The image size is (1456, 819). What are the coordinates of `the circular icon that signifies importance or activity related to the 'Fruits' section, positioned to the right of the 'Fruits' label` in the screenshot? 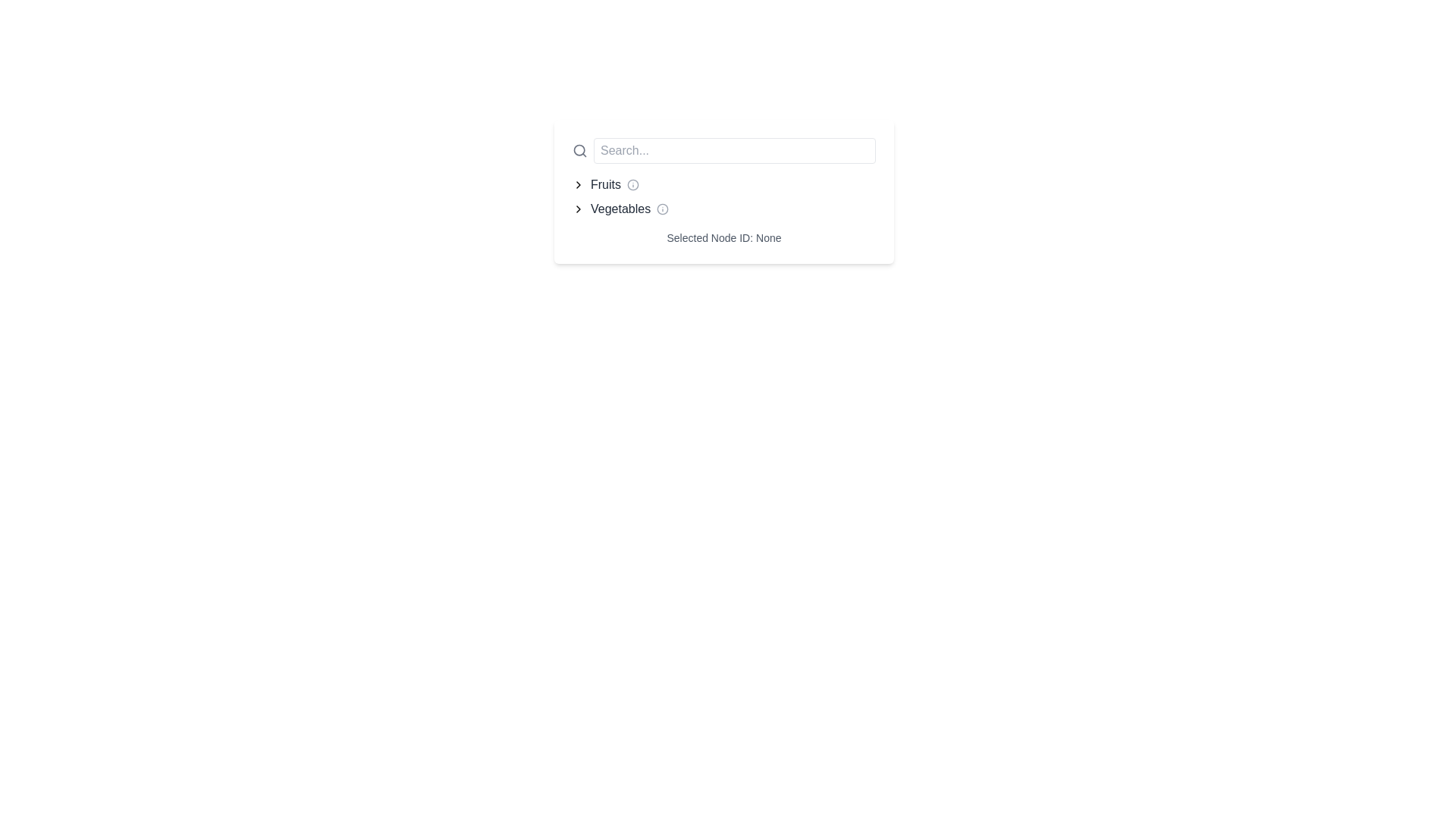 It's located at (633, 184).